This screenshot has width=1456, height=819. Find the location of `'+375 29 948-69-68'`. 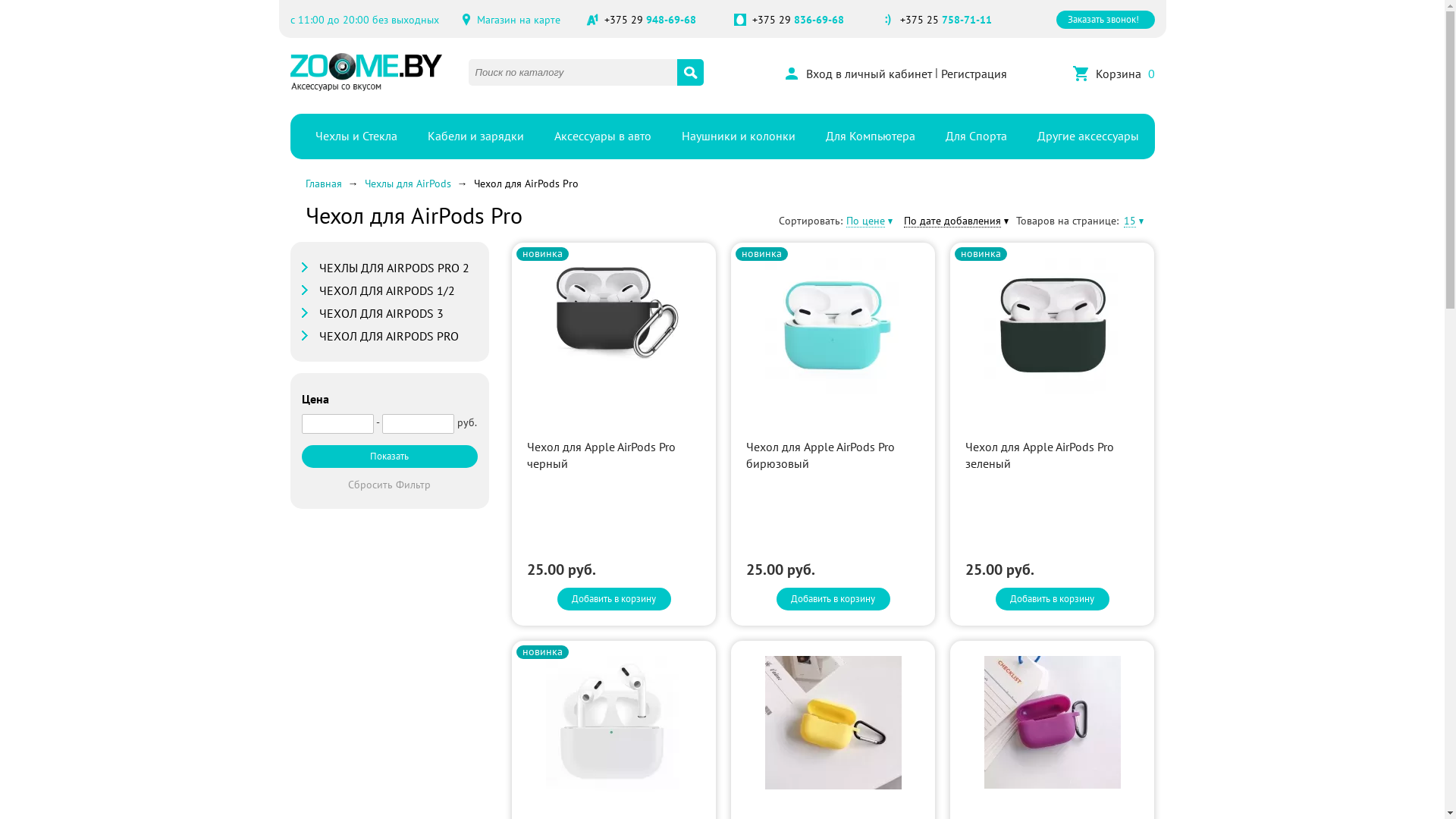

'+375 29 948-69-68' is located at coordinates (649, 20).